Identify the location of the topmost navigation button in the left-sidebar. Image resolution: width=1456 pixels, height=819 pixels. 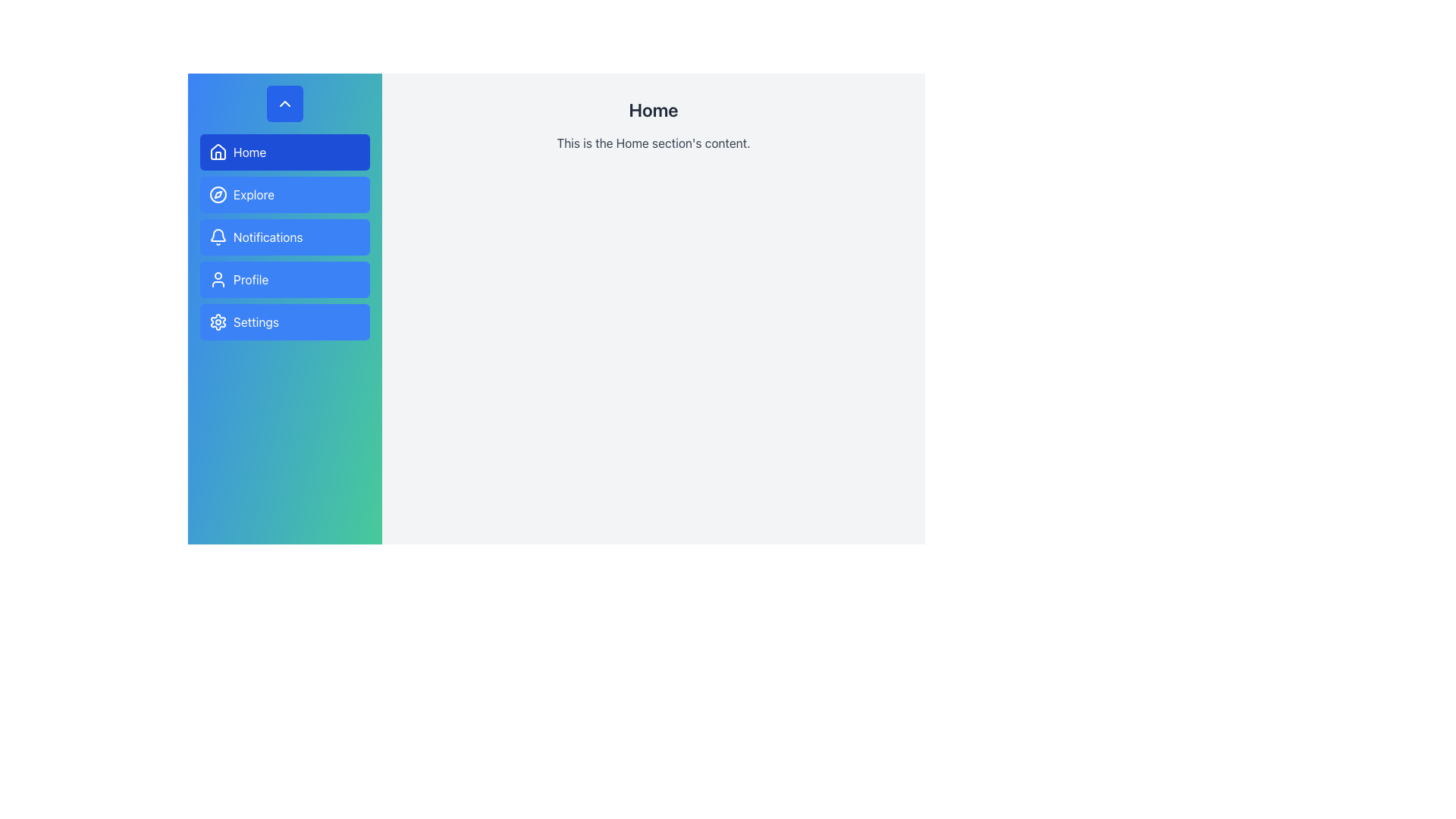
(284, 152).